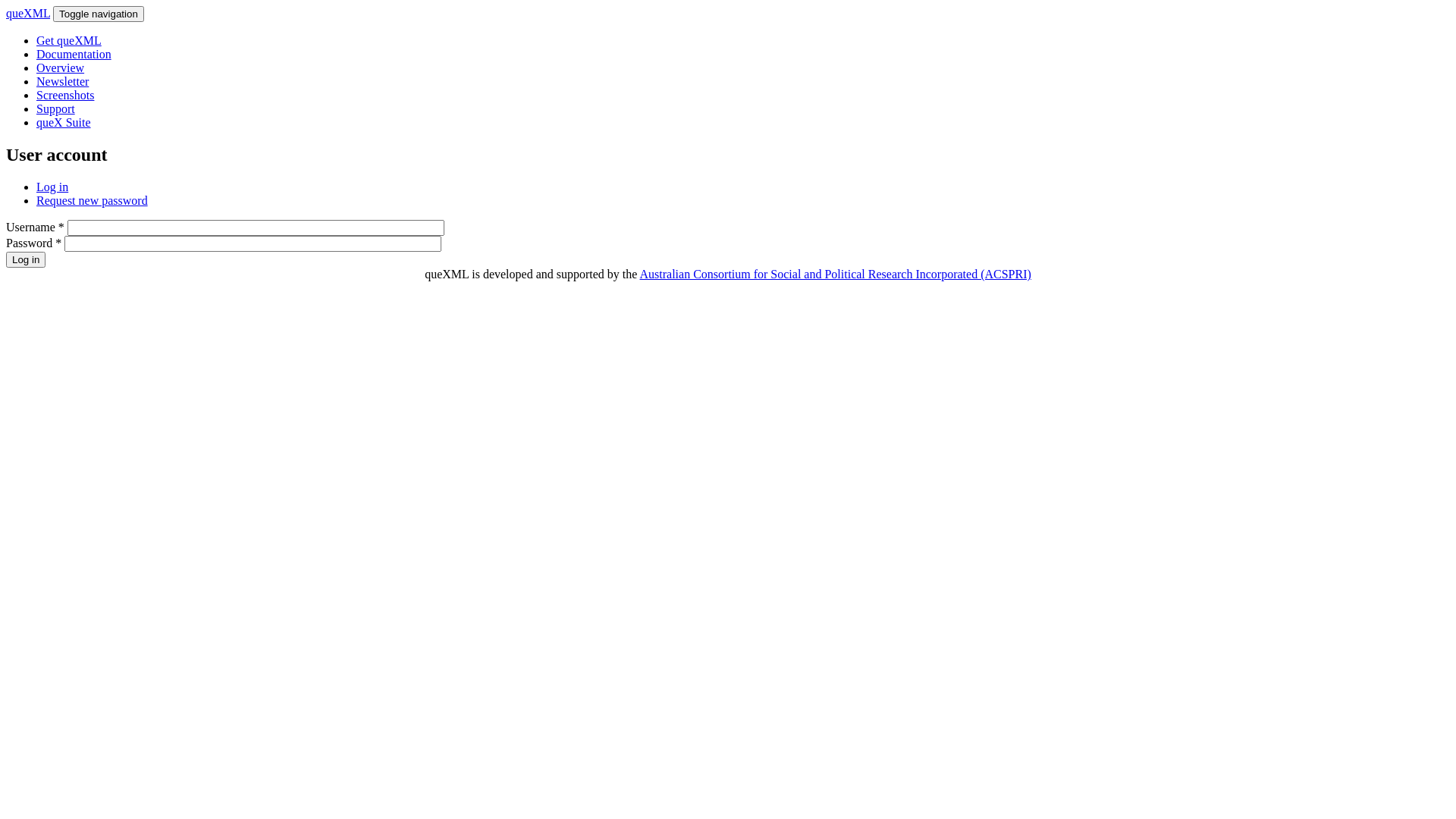 This screenshot has height=819, width=1456. I want to click on 'Support', so click(55, 108).